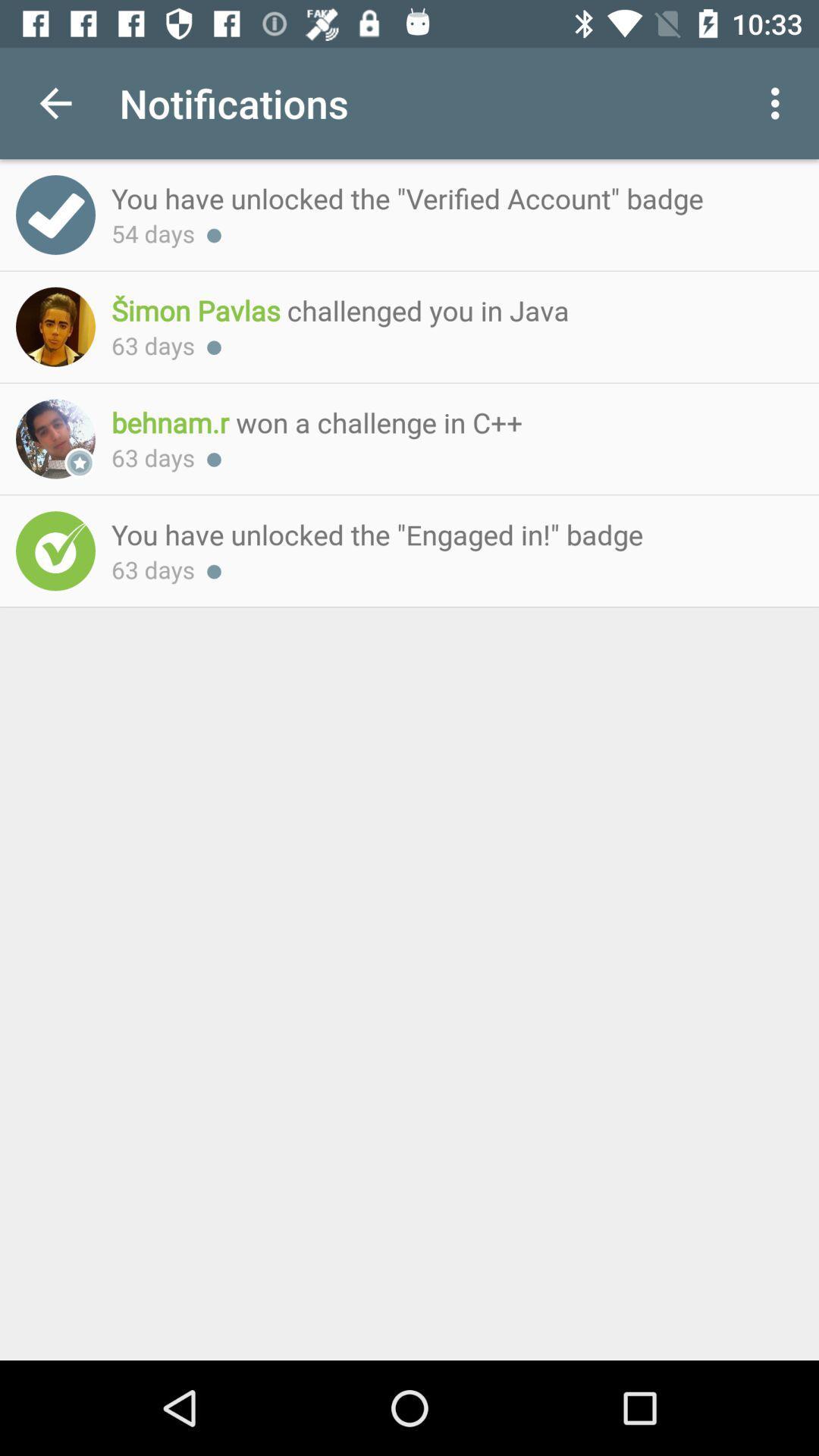 The width and height of the screenshot is (819, 1456). I want to click on the text which is beside the third image, so click(448, 422).